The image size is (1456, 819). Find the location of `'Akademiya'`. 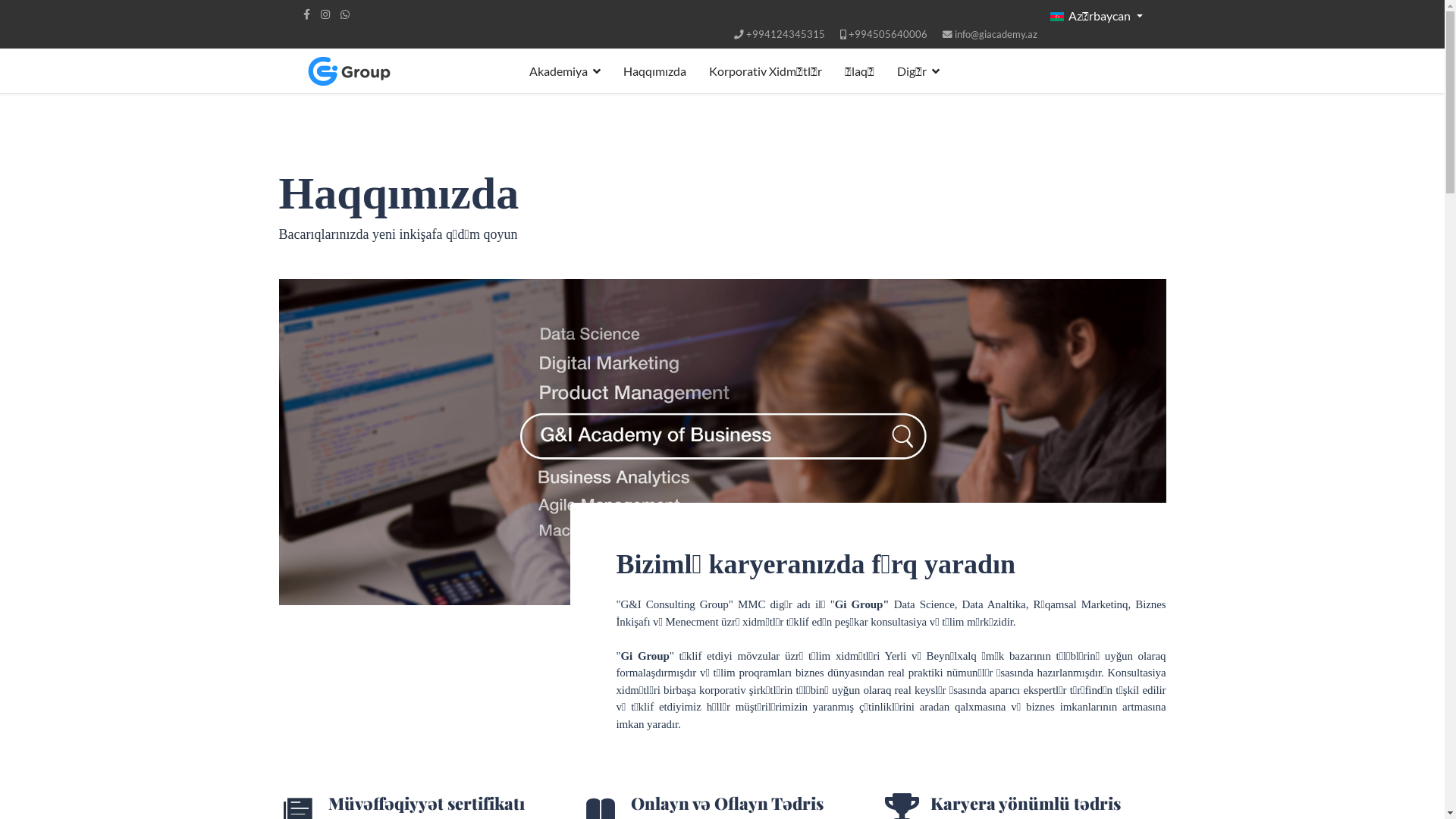

'Akademiya' is located at coordinates (516, 71).